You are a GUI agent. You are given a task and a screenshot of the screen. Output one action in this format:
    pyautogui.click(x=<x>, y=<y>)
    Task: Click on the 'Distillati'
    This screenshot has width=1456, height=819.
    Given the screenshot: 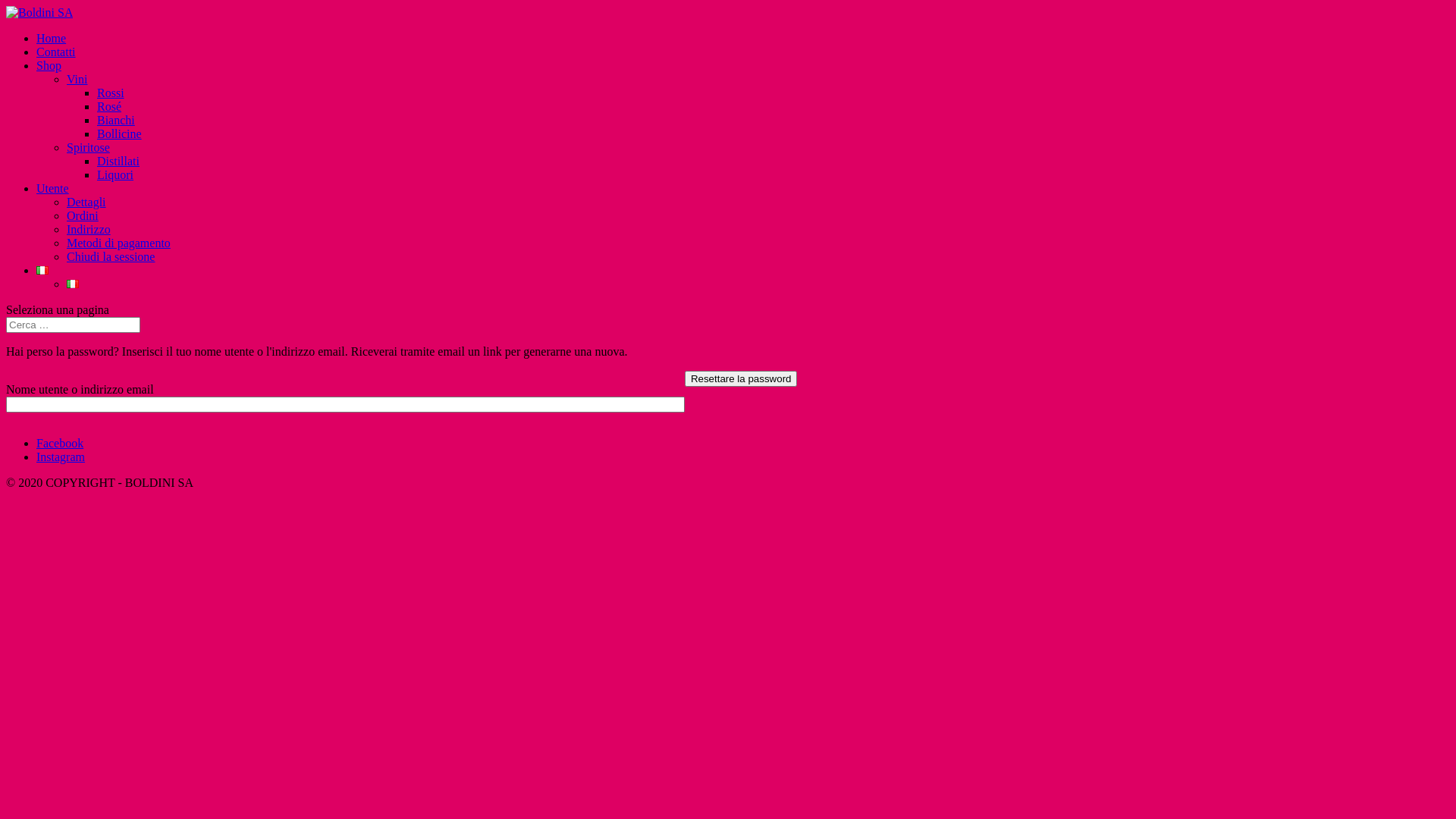 What is the action you would take?
    pyautogui.click(x=118, y=161)
    